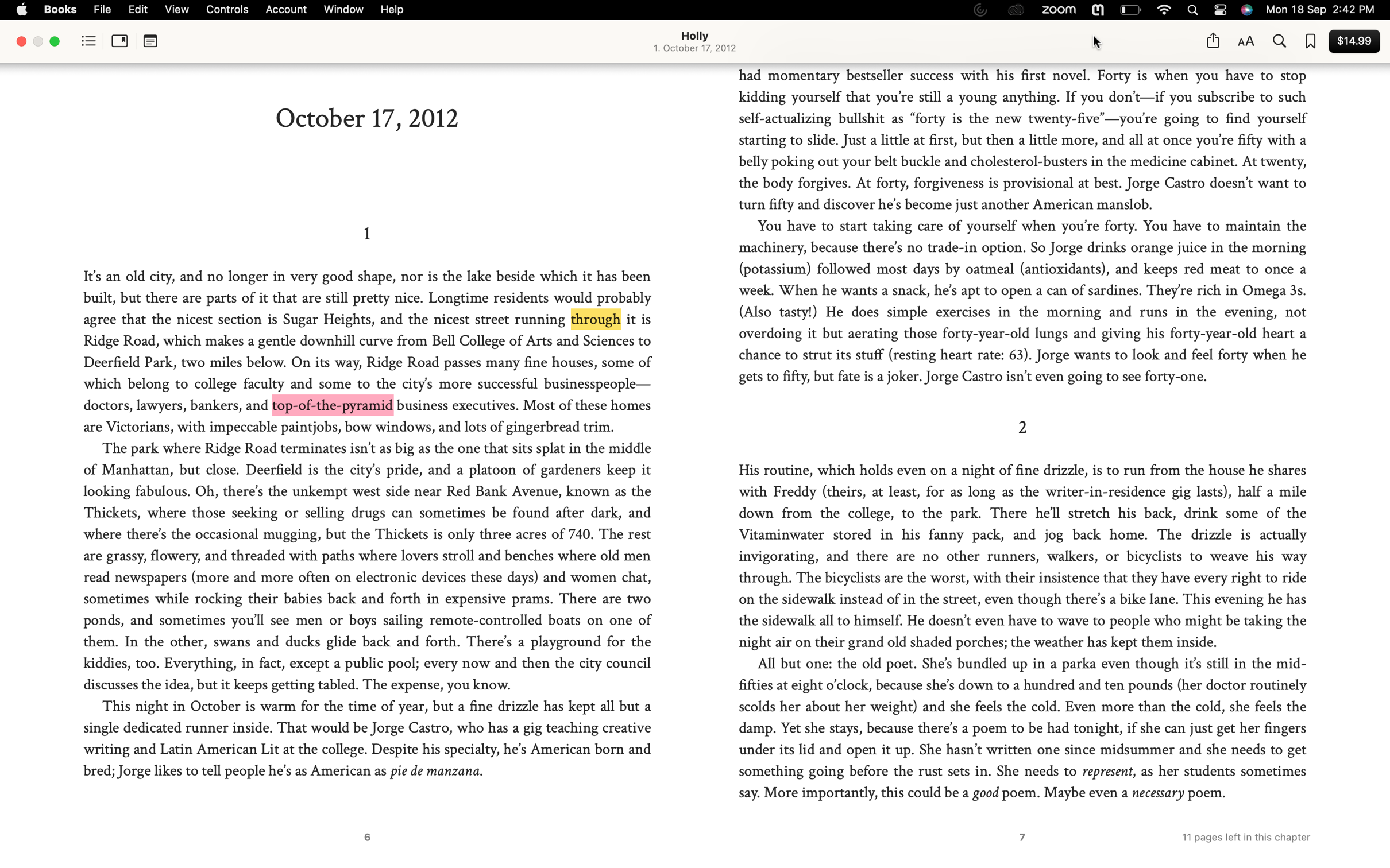  Describe the element at coordinates (477, 770) in the screenshot. I see `Right click to look up the meaning of "manzana` at that location.